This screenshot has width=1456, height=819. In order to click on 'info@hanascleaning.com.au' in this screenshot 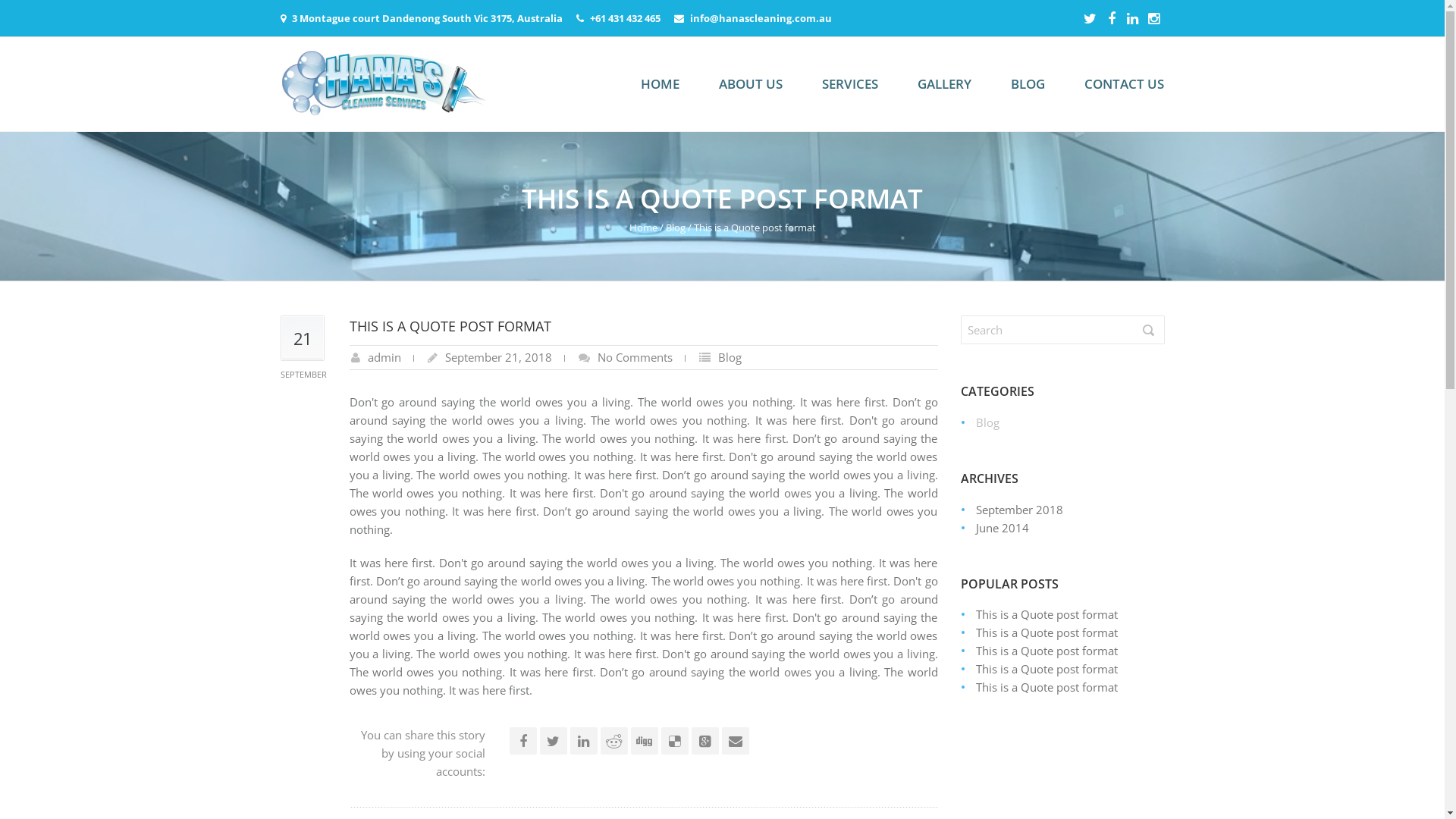, I will do `click(761, 17)`.